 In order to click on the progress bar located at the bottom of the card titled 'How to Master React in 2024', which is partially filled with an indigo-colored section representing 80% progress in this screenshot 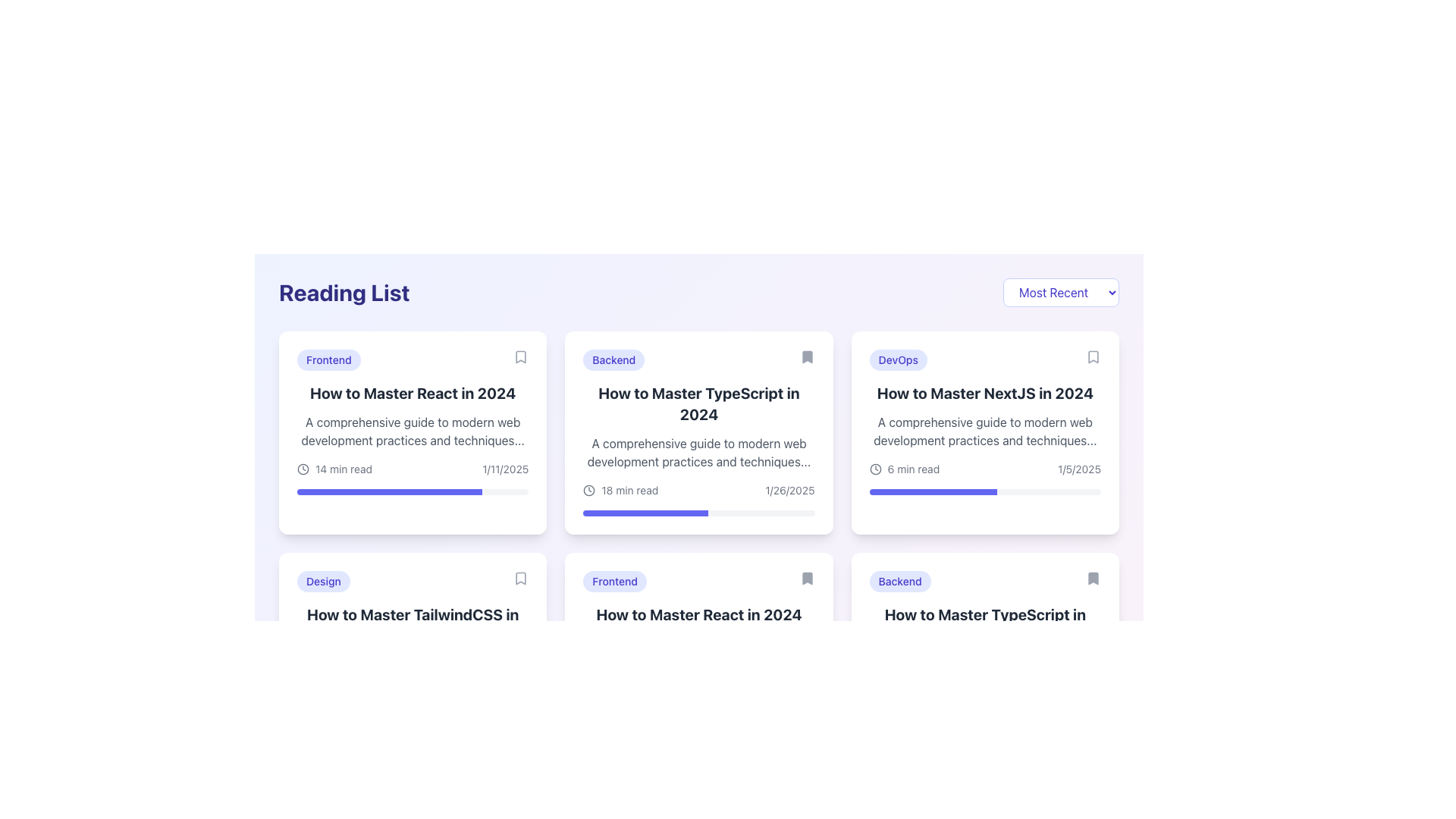, I will do `click(413, 491)`.